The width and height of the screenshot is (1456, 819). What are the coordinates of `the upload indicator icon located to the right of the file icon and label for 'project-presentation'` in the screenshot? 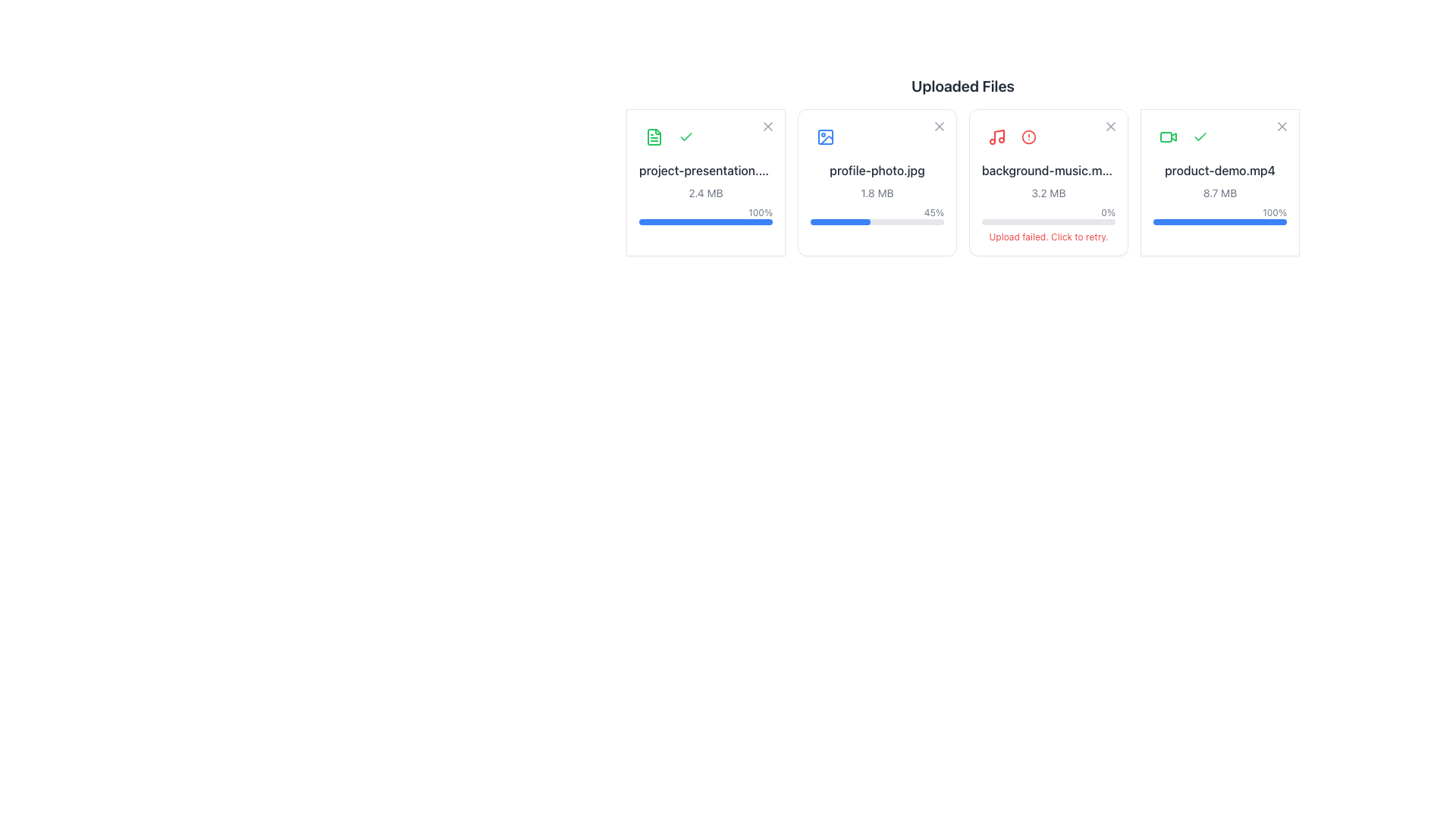 It's located at (686, 137).